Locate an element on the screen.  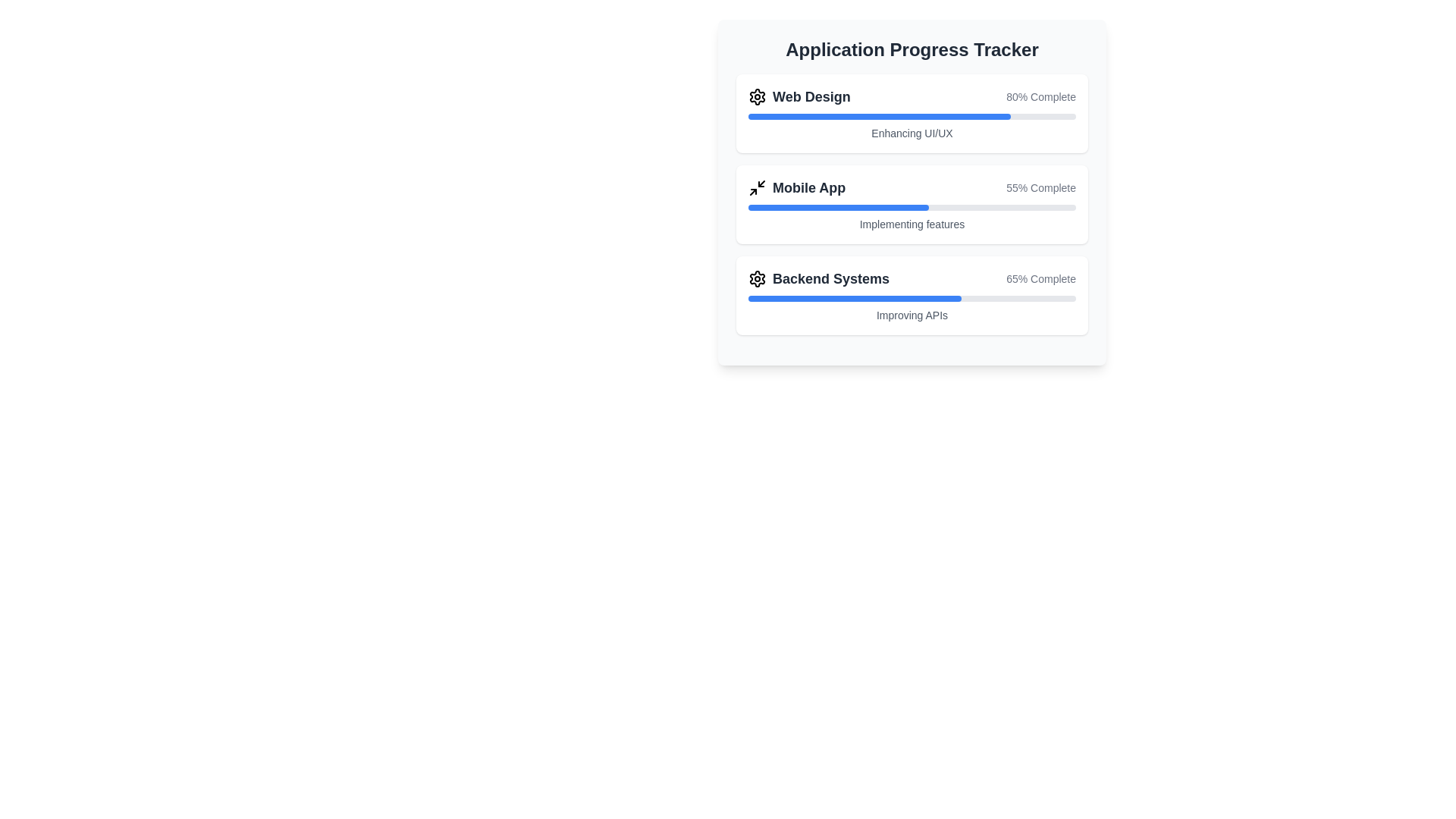
the gear-like icon representing settings in the 'Application Progress Tracker' interface, located at the topmost section adjacent to the 'Web Design' label is located at coordinates (757, 278).